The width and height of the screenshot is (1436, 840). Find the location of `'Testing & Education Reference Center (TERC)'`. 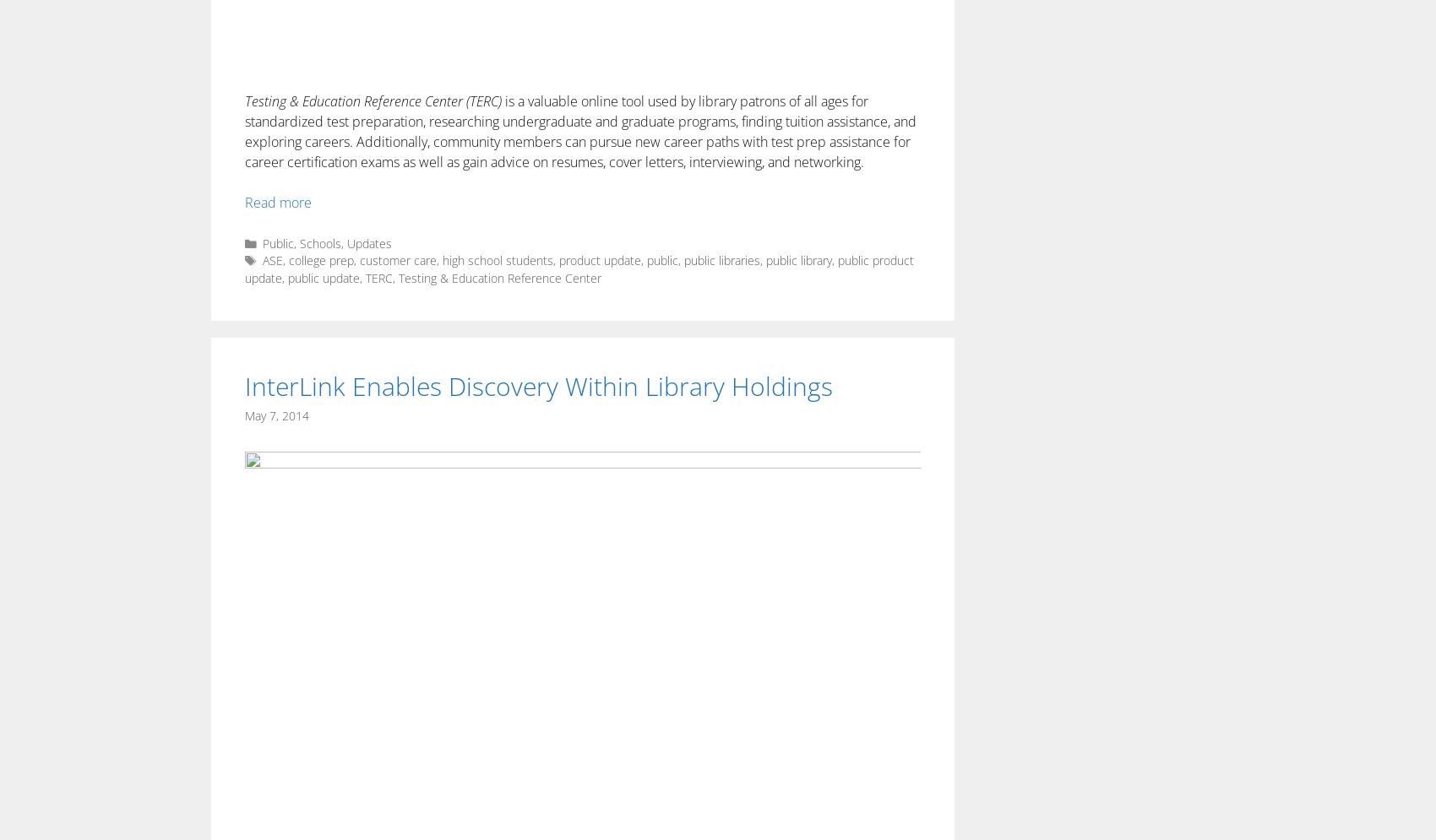

'Testing & Education Reference Center (TERC)' is located at coordinates (373, 100).